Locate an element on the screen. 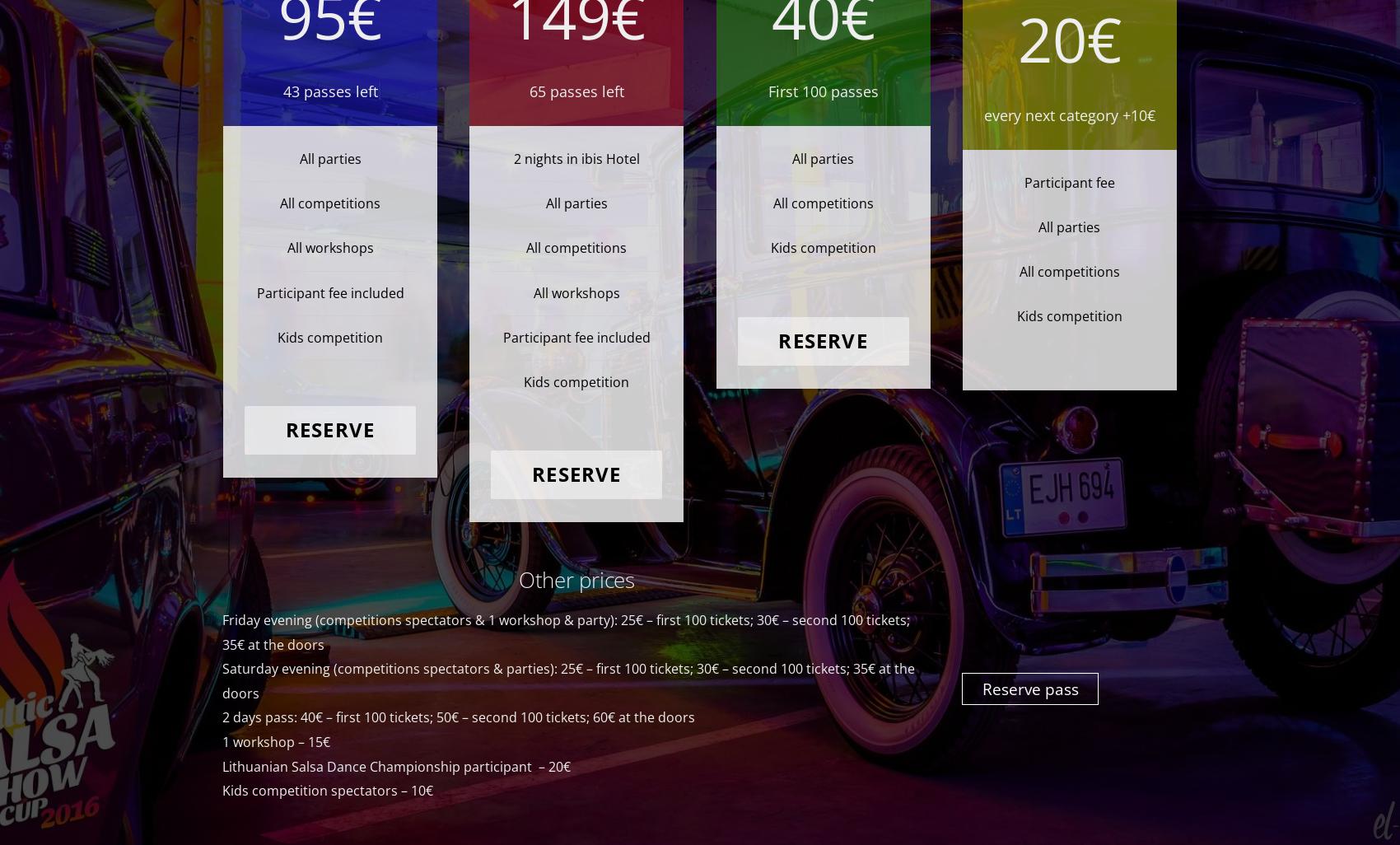 The image size is (1400, 845). 'Friday evening (competitions spectators & 1 workshop & party): 25€ – first 100 tickets; 30€ – second 100 tickets; 35€ at the doors' is located at coordinates (566, 632).